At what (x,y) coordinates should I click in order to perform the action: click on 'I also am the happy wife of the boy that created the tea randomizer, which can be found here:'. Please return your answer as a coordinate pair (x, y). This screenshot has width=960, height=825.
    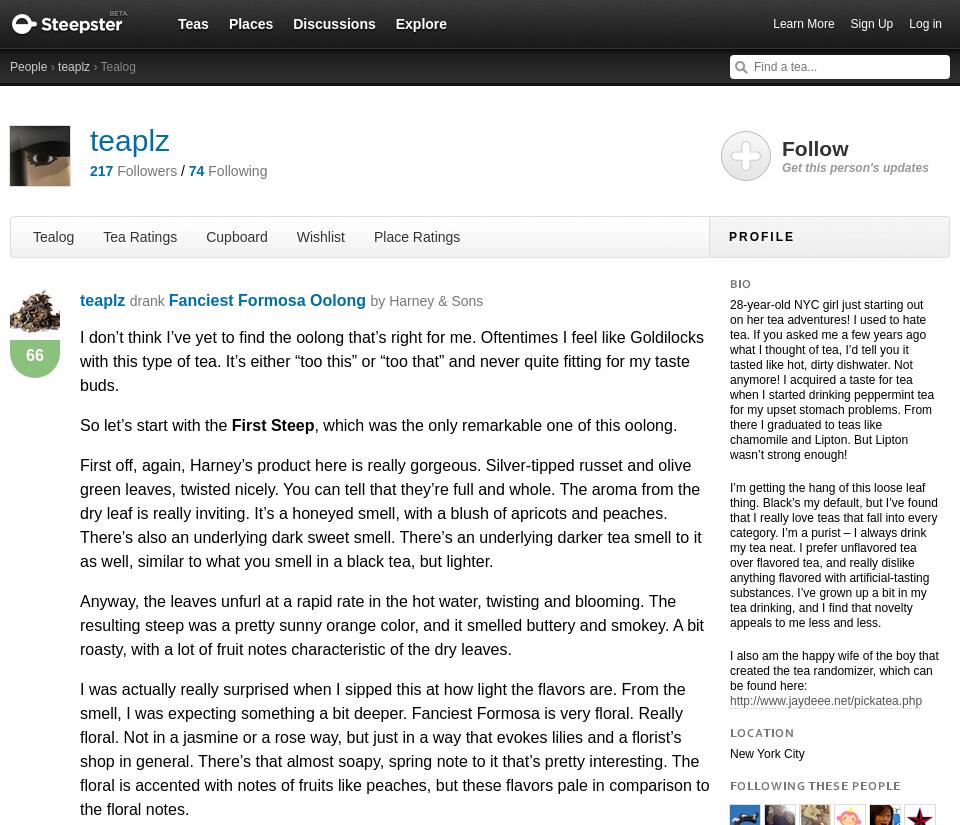
    Looking at the image, I should click on (728, 670).